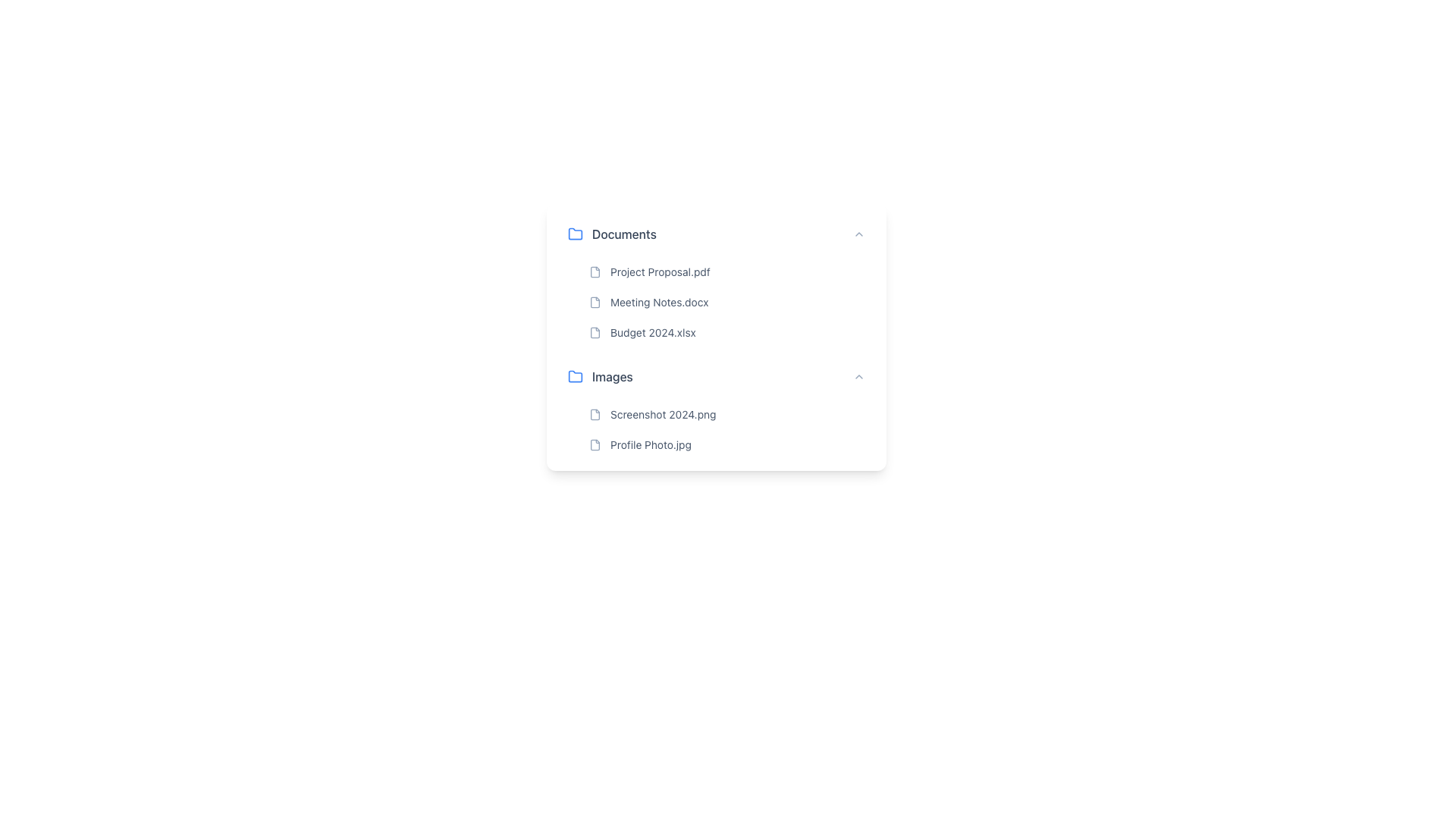  What do you see at coordinates (728, 271) in the screenshot?
I see `the 'Project Proposal.pdf' file entry` at bounding box center [728, 271].